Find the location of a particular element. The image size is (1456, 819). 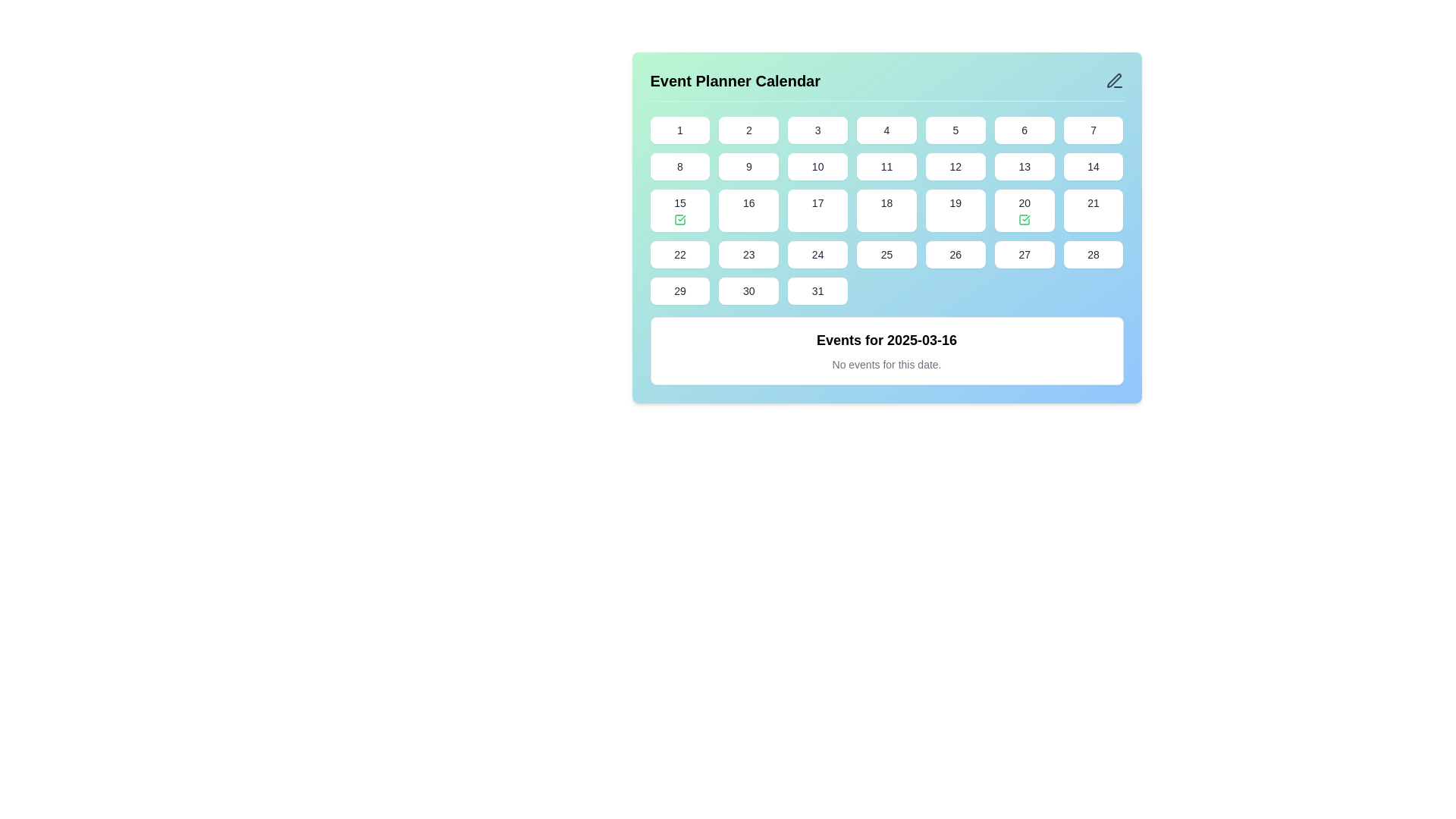

the status indicator icon within the button displaying the number '20' in the calendar grid is located at coordinates (1025, 219).